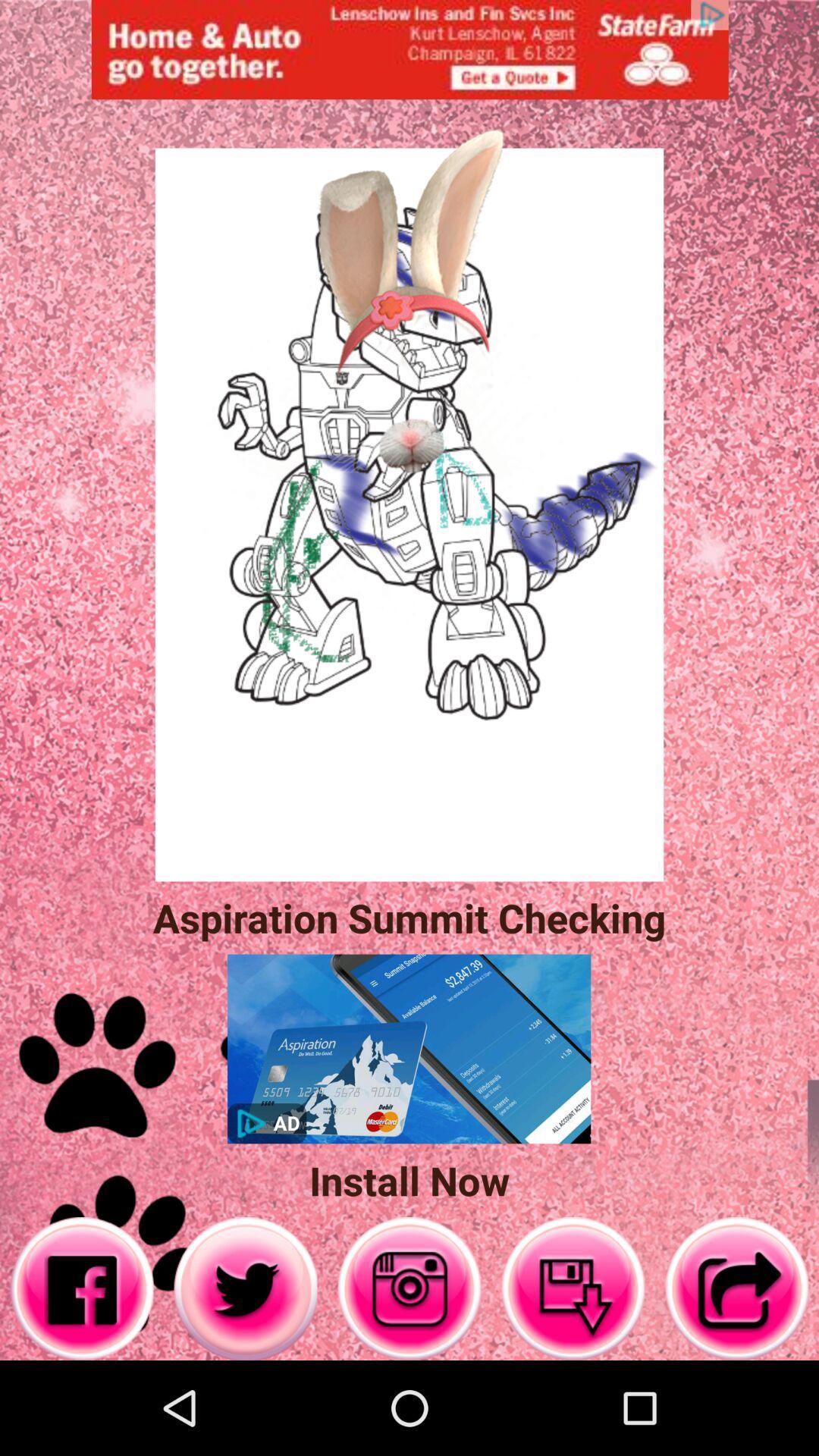  Describe the element at coordinates (82, 1379) in the screenshot. I see `the facebook icon` at that location.